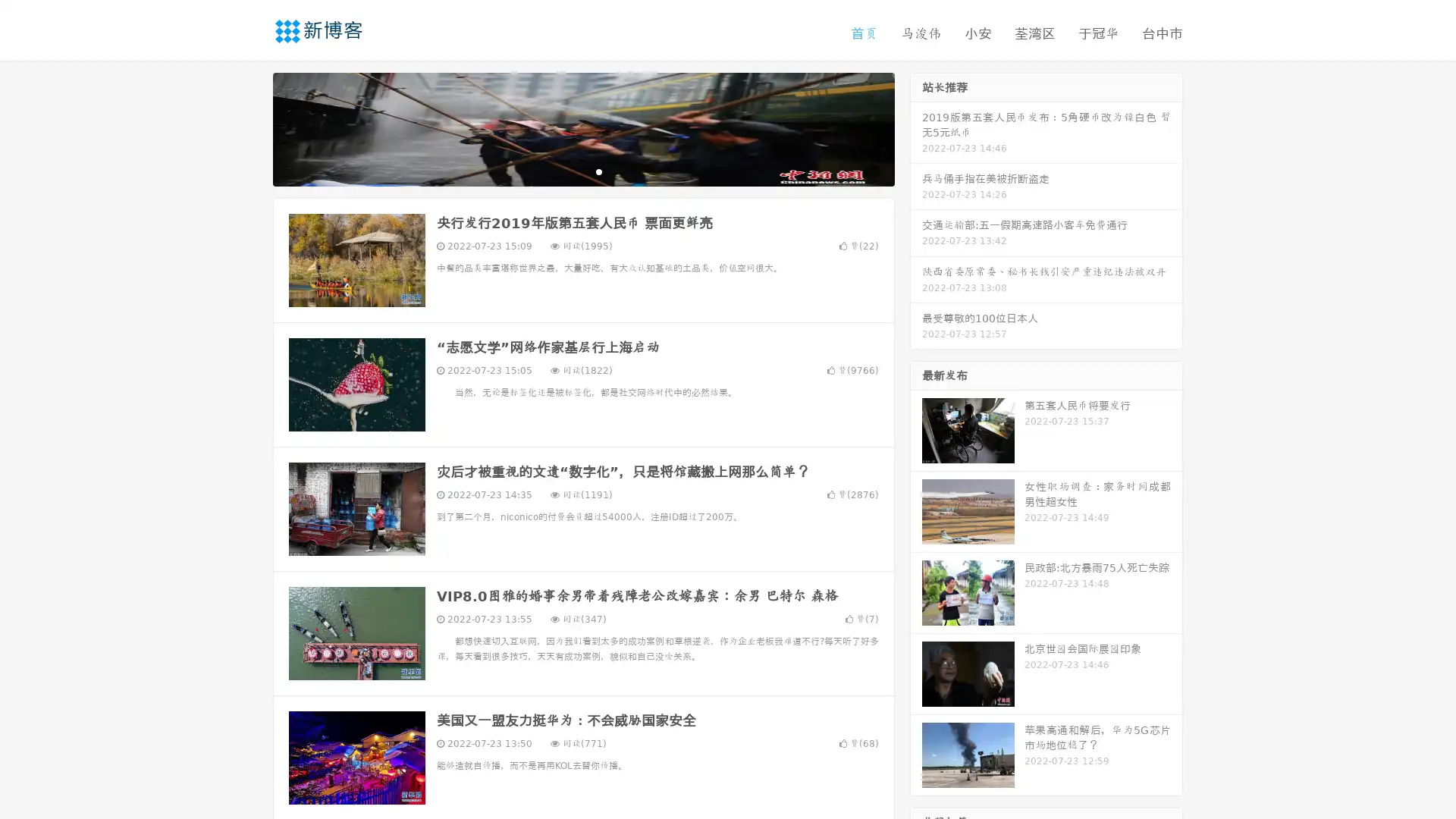 The height and width of the screenshot is (819, 1456). Describe the element at coordinates (567, 171) in the screenshot. I see `Go to slide 1` at that location.